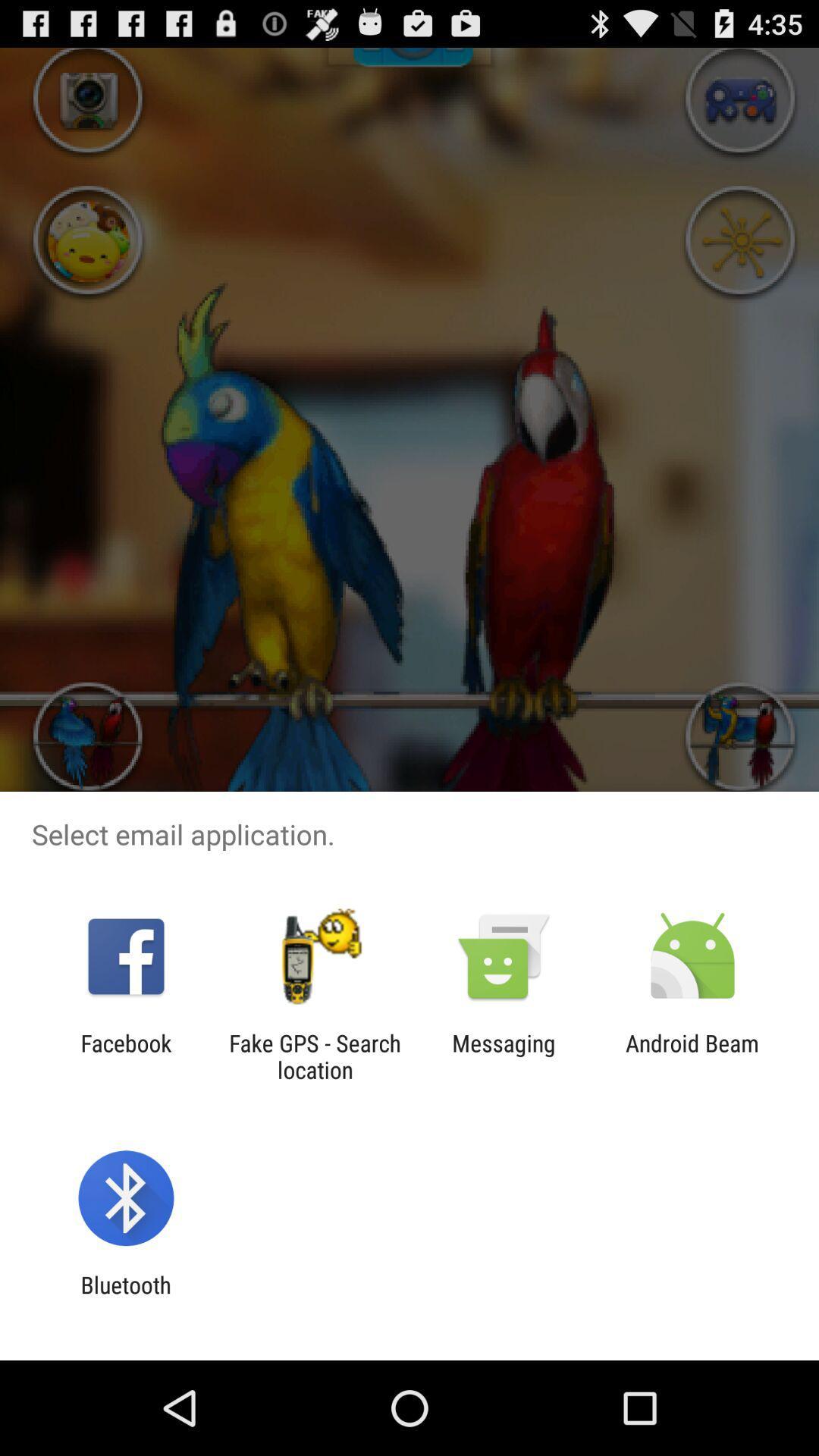  I want to click on item to the right of the messaging item, so click(692, 1056).